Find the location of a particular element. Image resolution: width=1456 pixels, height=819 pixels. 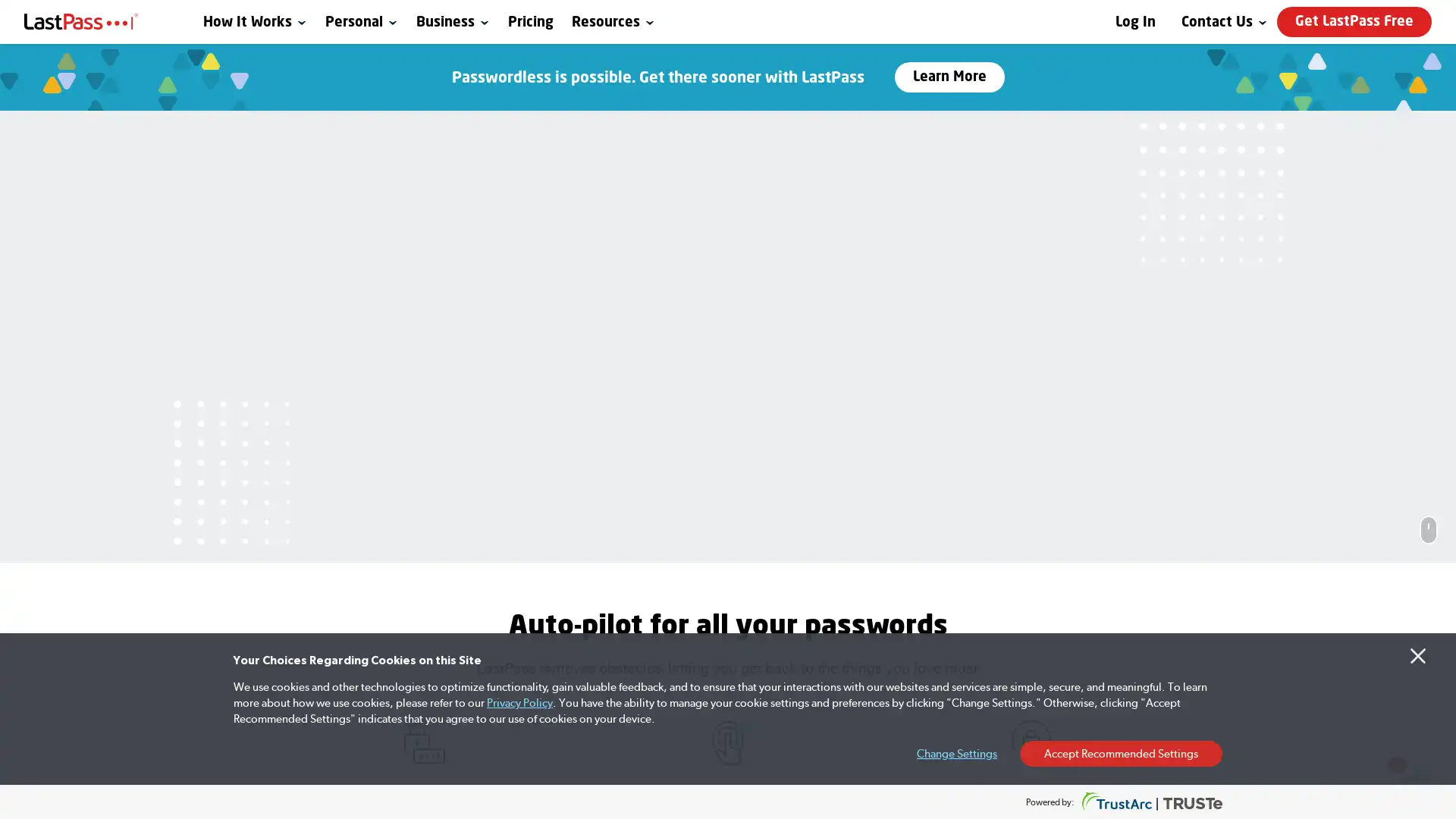

close is located at coordinates (1175, 526).